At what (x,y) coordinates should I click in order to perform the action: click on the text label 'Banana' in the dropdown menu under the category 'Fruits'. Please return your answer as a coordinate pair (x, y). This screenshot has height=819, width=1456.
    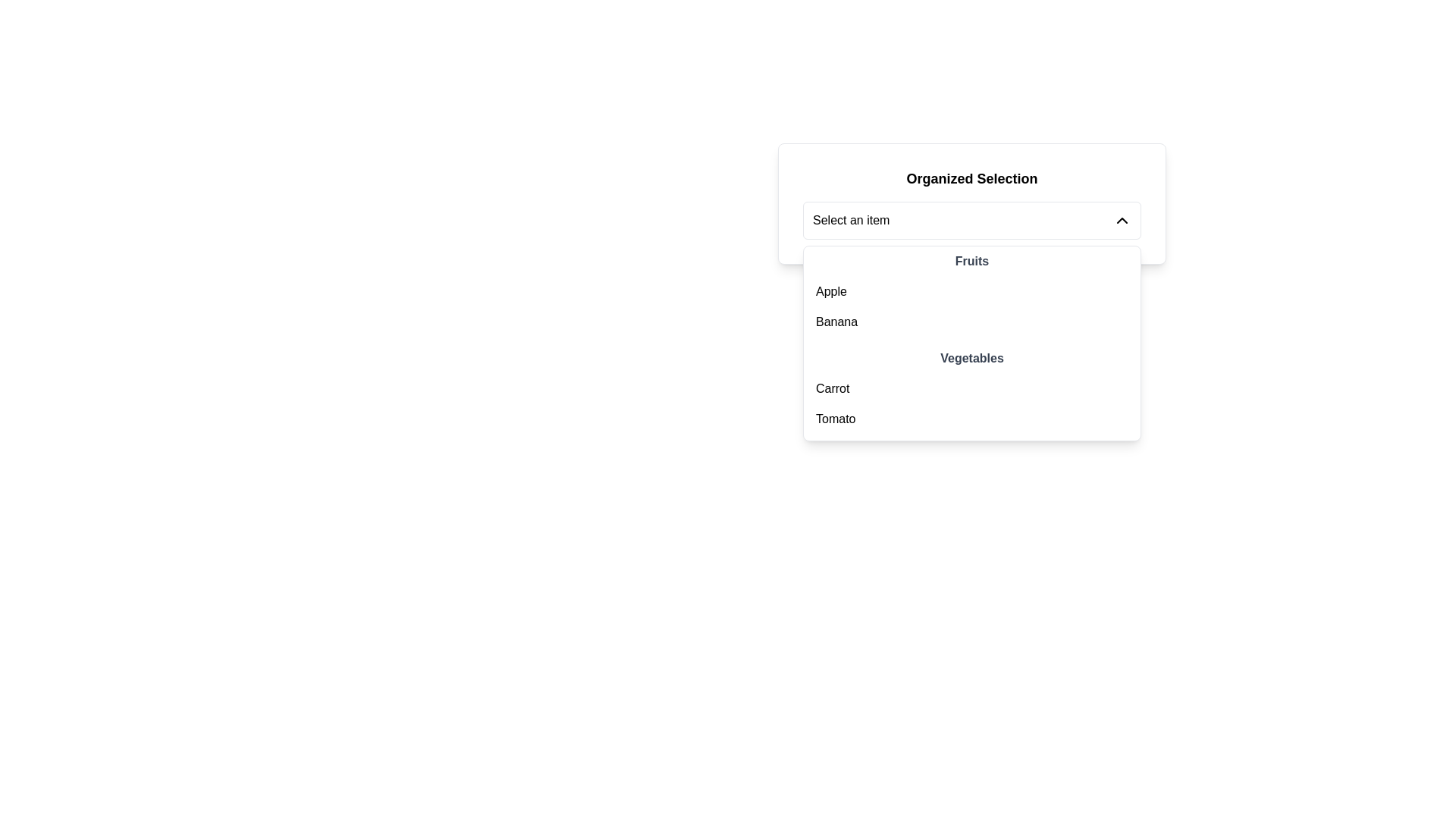
    Looking at the image, I should click on (836, 321).